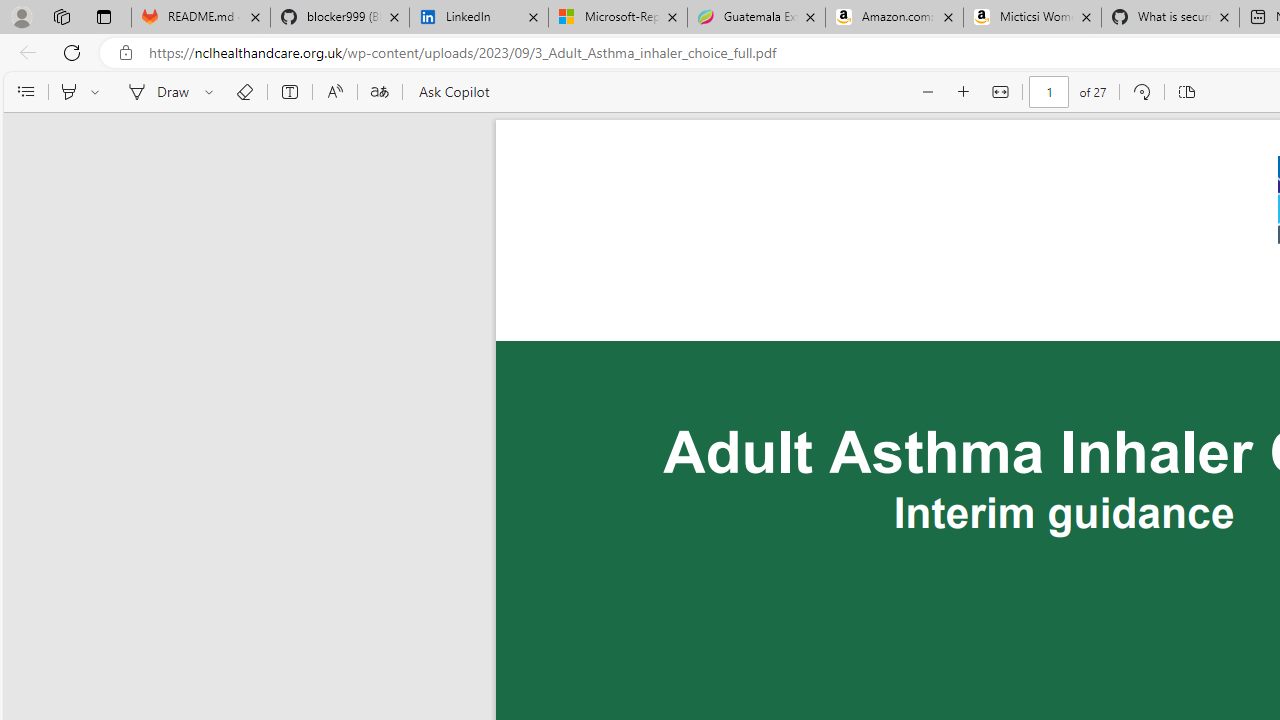 Image resolution: width=1280 pixels, height=720 pixels. What do you see at coordinates (379, 92) in the screenshot?
I see `'Translate'` at bounding box center [379, 92].